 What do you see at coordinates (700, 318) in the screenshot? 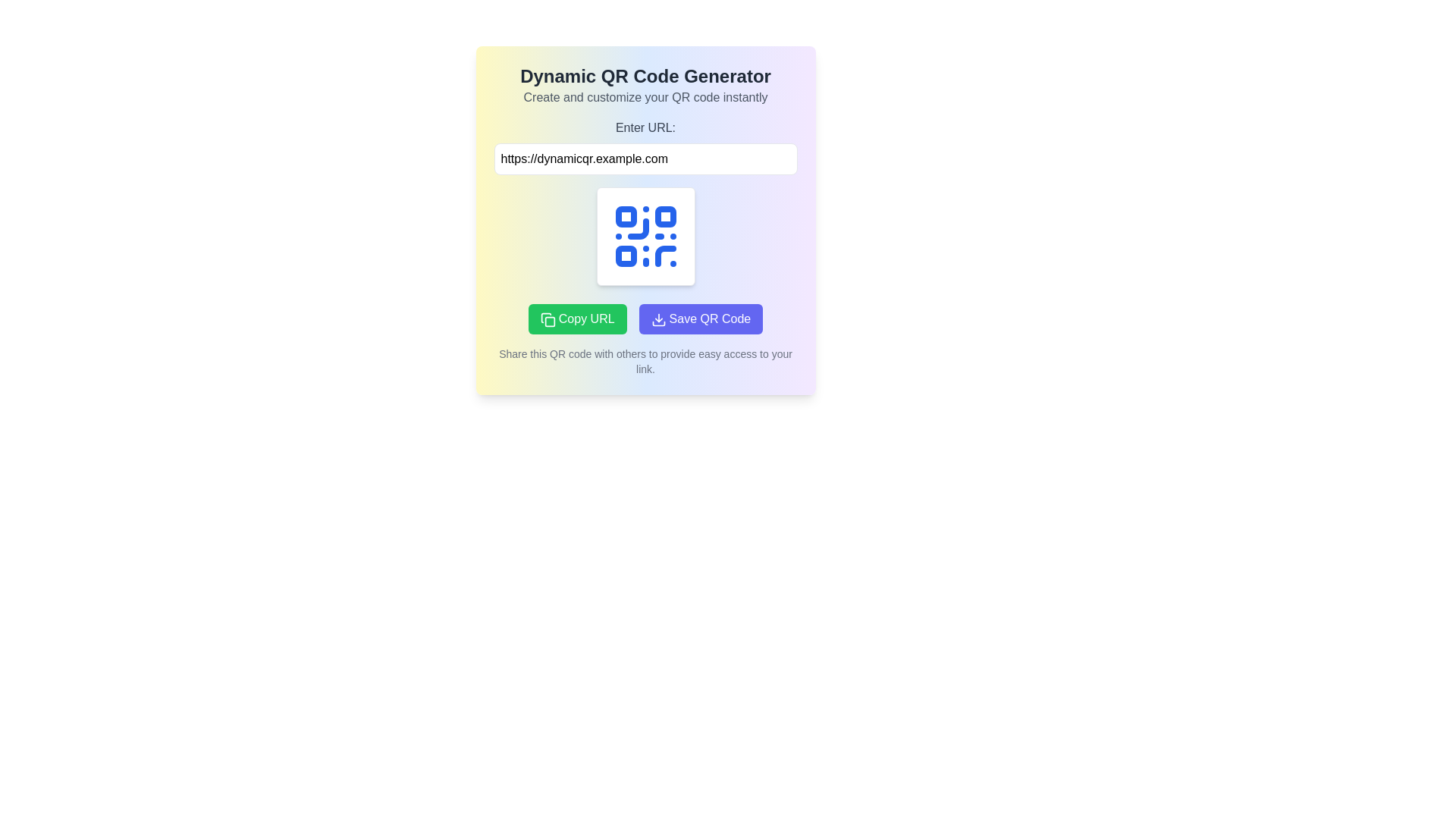
I see `the save button located below the QR code display area, which is the second button in the row of action buttons, to visualize hover effects` at bounding box center [700, 318].